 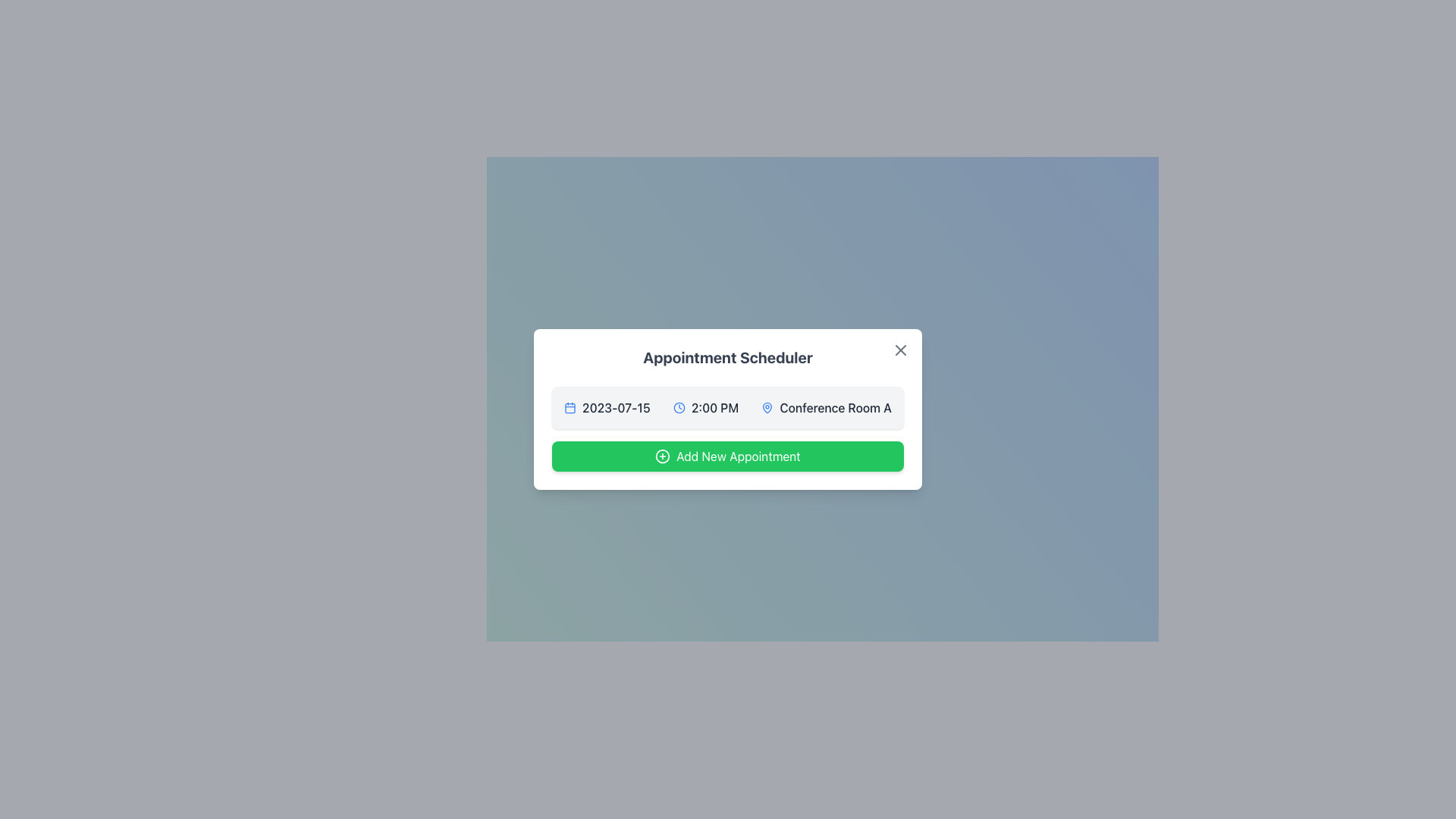 What do you see at coordinates (767, 406) in the screenshot?
I see `the blue-colored map pin icon that is part of the location indicators next to the text 'Conference Room A'` at bounding box center [767, 406].